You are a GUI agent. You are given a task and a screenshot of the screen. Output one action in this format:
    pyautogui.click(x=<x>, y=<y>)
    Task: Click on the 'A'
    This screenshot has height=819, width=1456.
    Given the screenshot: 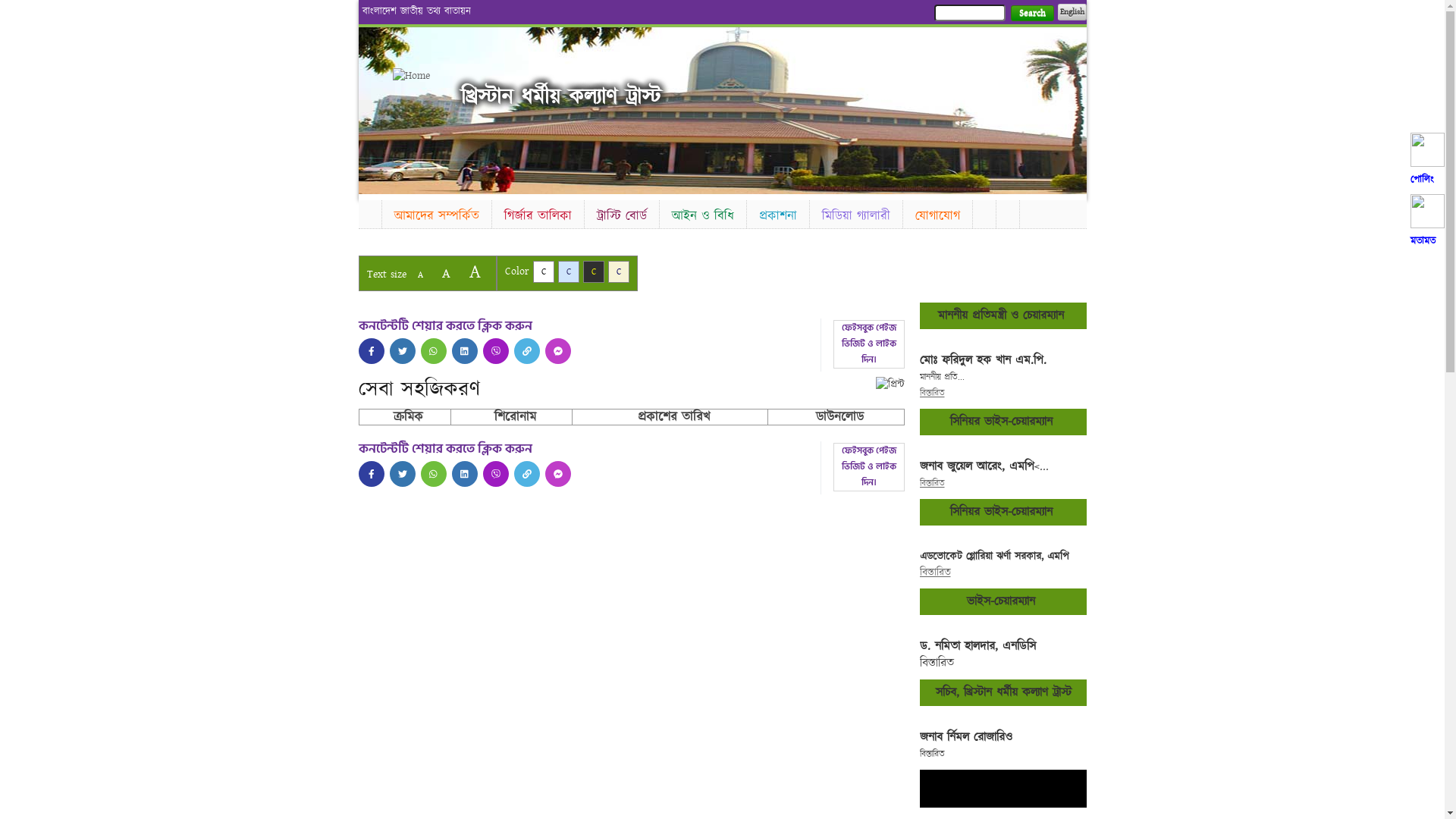 What is the action you would take?
    pyautogui.click(x=444, y=273)
    